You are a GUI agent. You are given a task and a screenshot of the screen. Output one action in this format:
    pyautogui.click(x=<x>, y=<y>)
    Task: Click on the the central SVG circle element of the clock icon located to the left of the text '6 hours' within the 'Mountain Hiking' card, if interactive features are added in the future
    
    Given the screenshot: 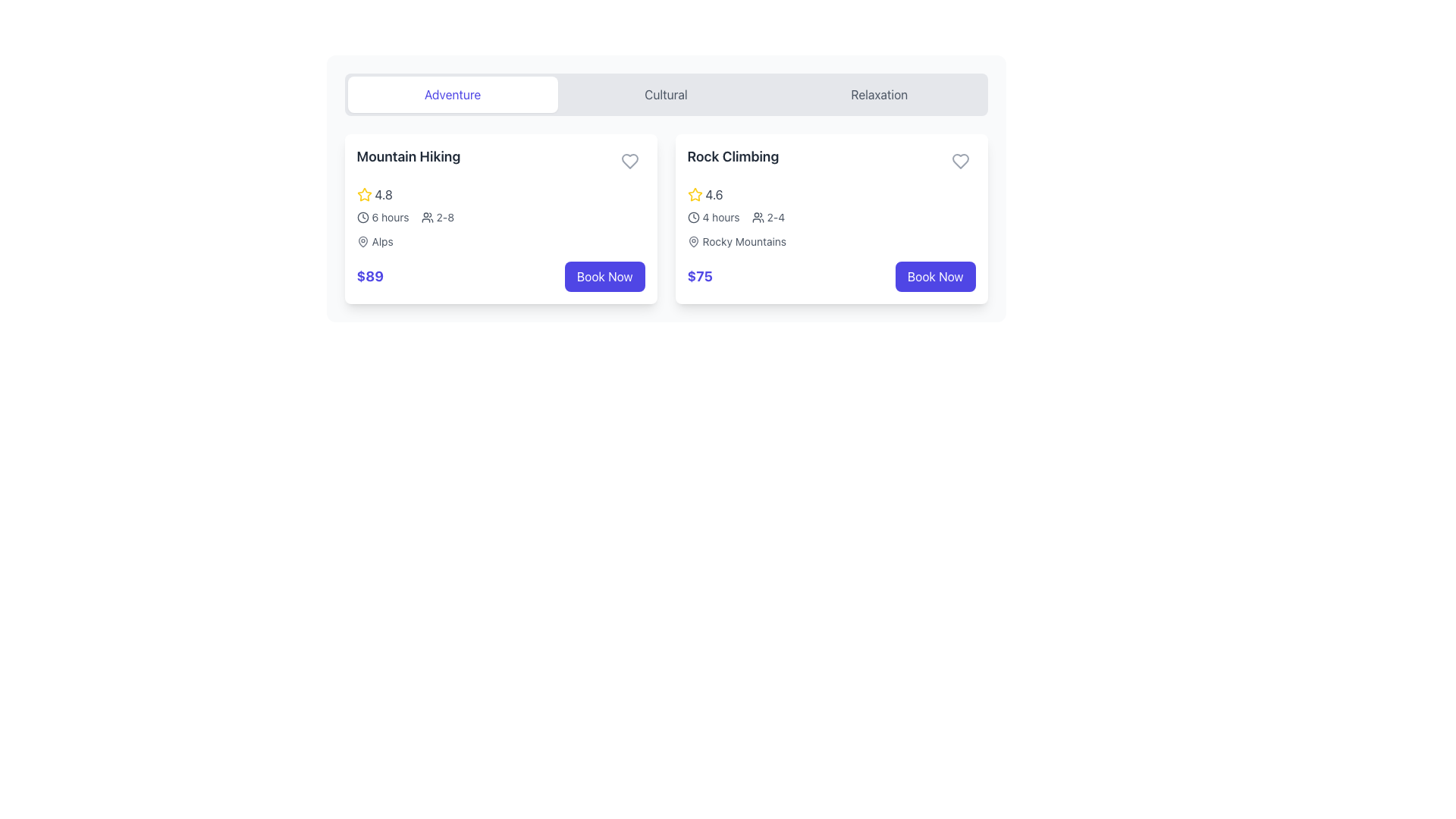 What is the action you would take?
    pyautogui.click(x=362, y=217)
    